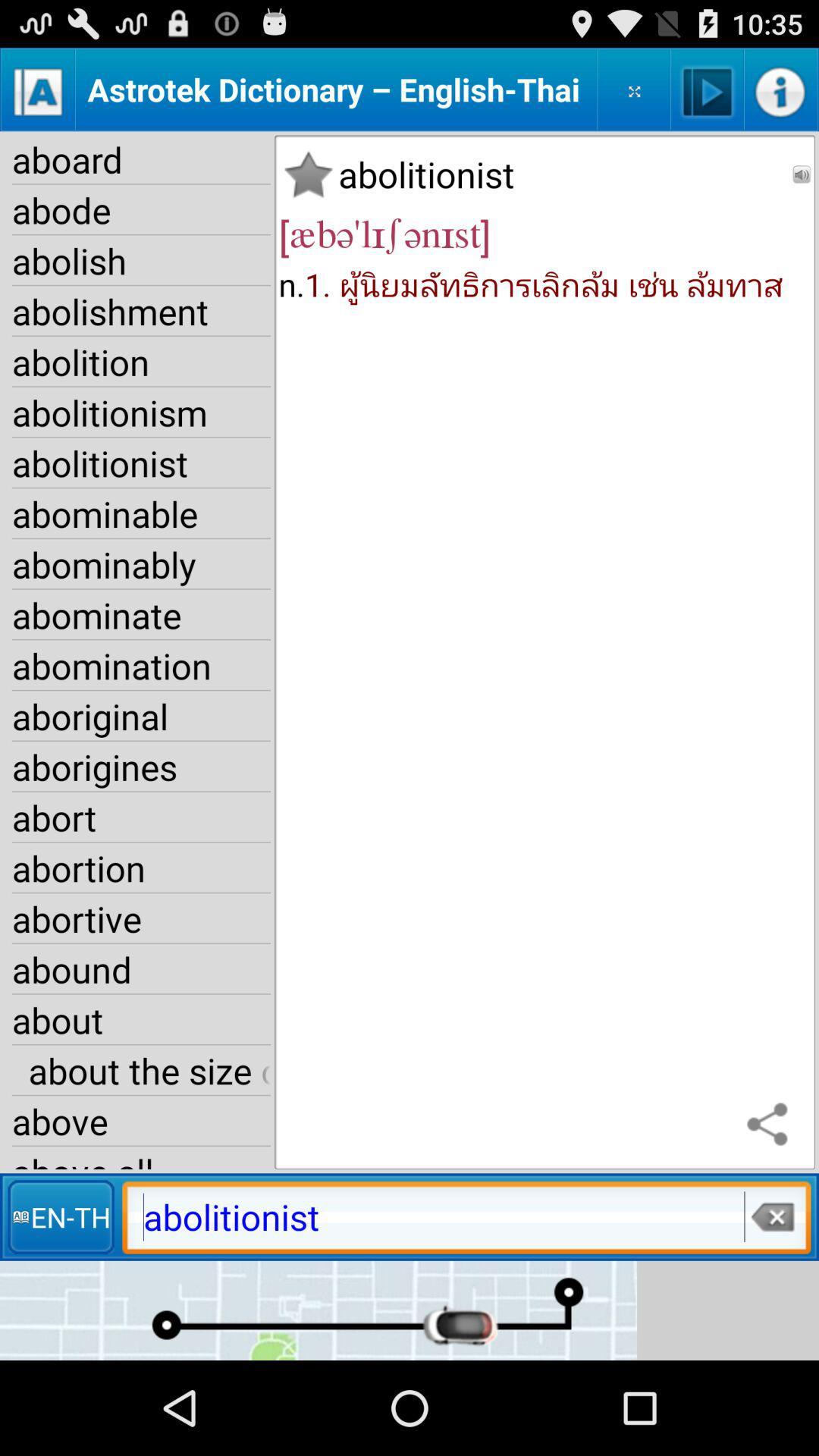  Describe the element at coordinates (141, 209) in the screenshot. I see `the abode item` at that location.